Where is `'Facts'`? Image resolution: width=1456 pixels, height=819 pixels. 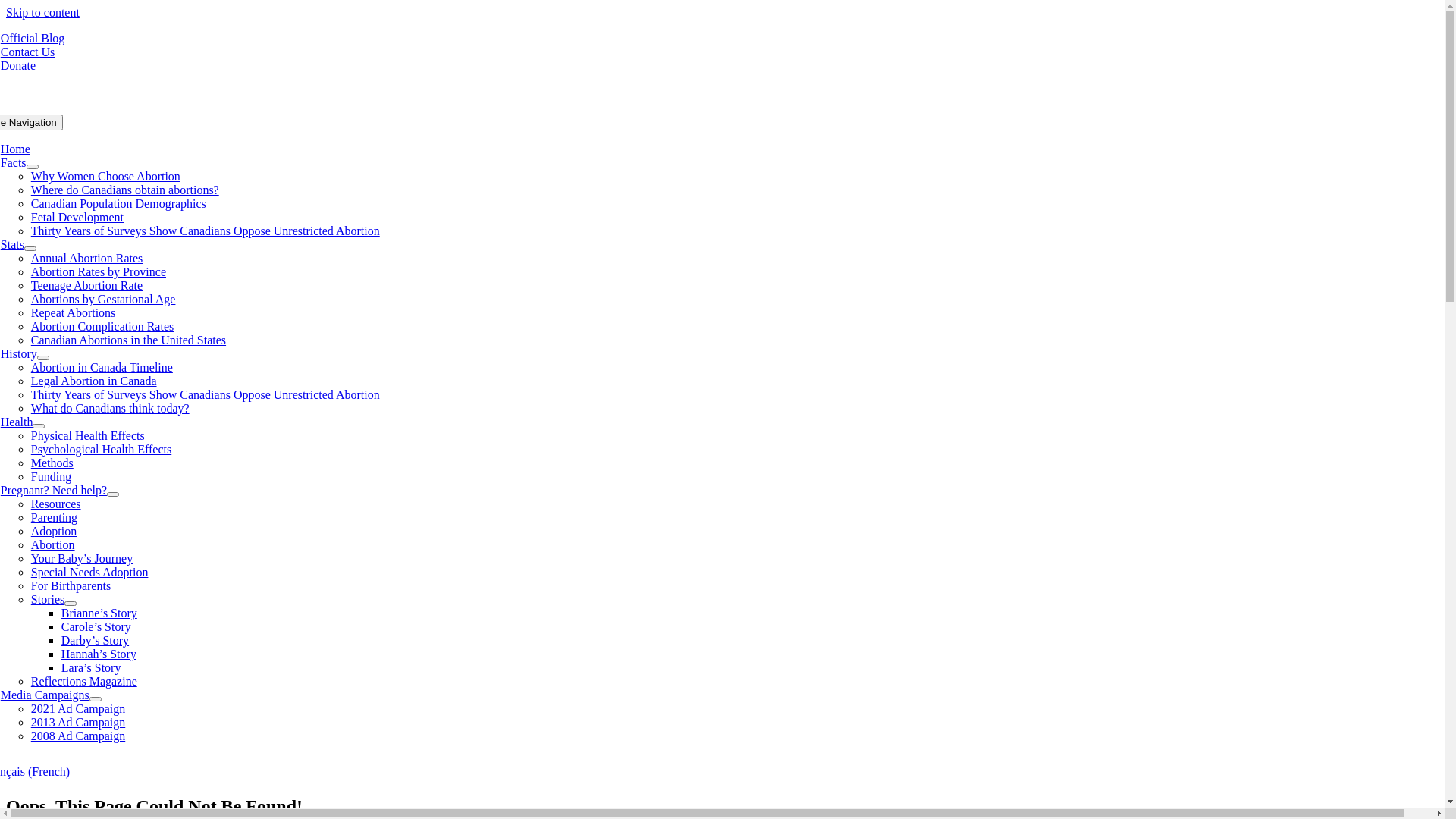 'Facts' is located at coordinates (14, 162).